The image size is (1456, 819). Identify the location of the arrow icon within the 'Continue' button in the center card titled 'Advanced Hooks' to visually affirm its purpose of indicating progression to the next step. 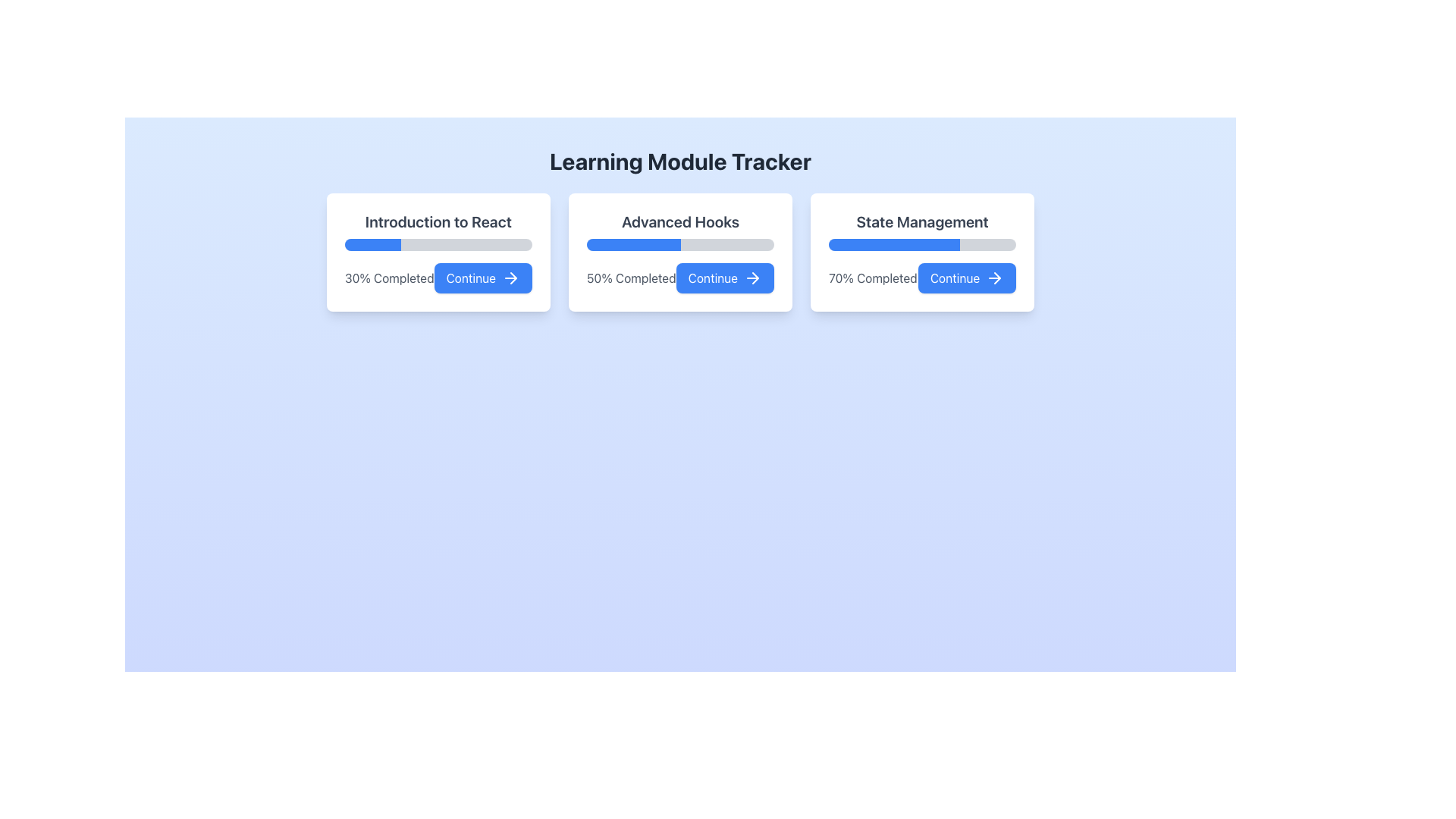
(753, 278).